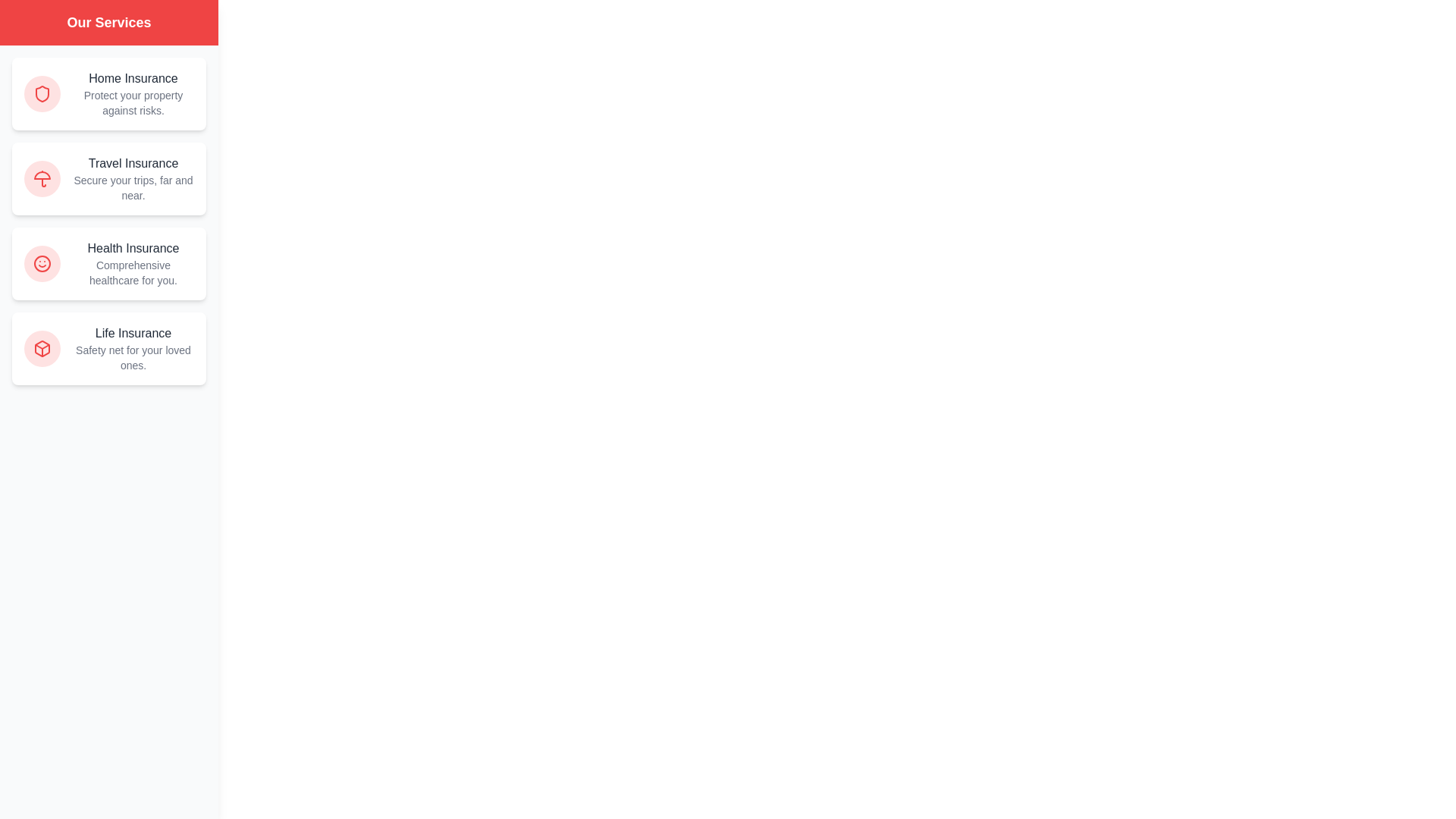 This screenshot has height=819, width=1456. I want to click on the Life Insurance service card to interact with it, so click(108, 348).